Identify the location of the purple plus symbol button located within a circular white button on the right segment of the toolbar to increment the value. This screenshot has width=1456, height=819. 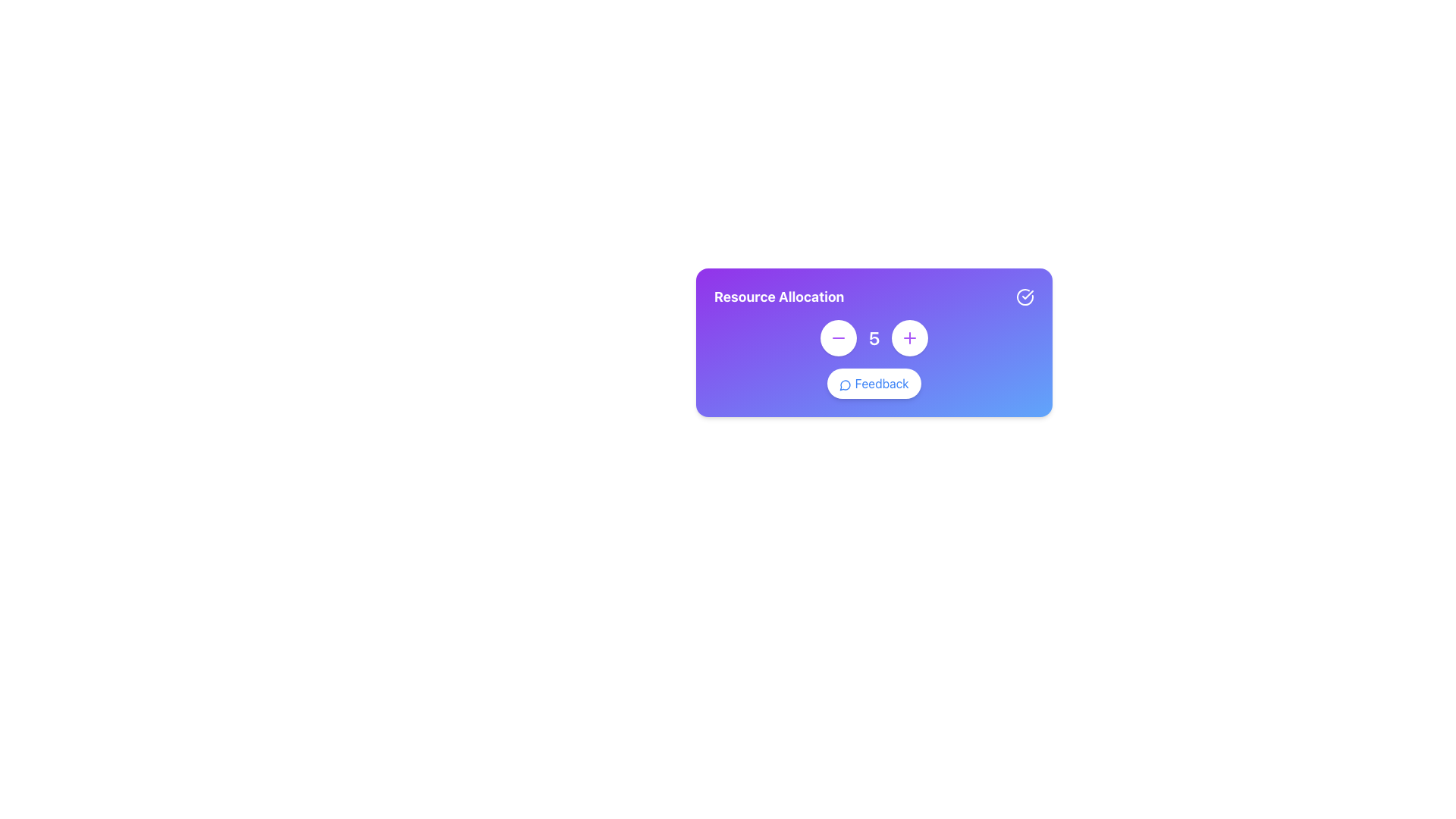
(910, 337).